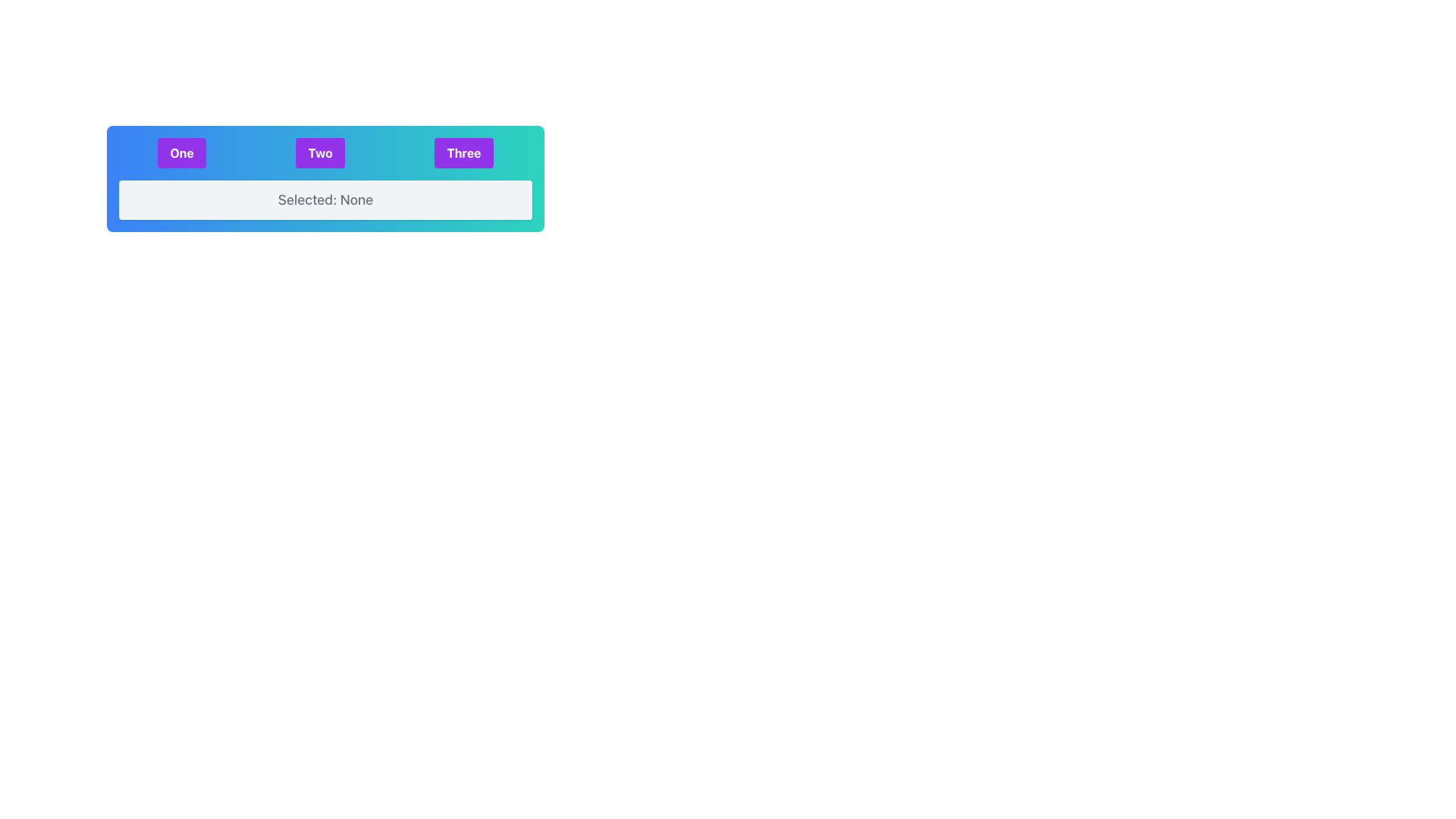 The width and height of the screenshot is (1456, 819). I want to click on the first button in the row of selectable elements, so click(325, 152).